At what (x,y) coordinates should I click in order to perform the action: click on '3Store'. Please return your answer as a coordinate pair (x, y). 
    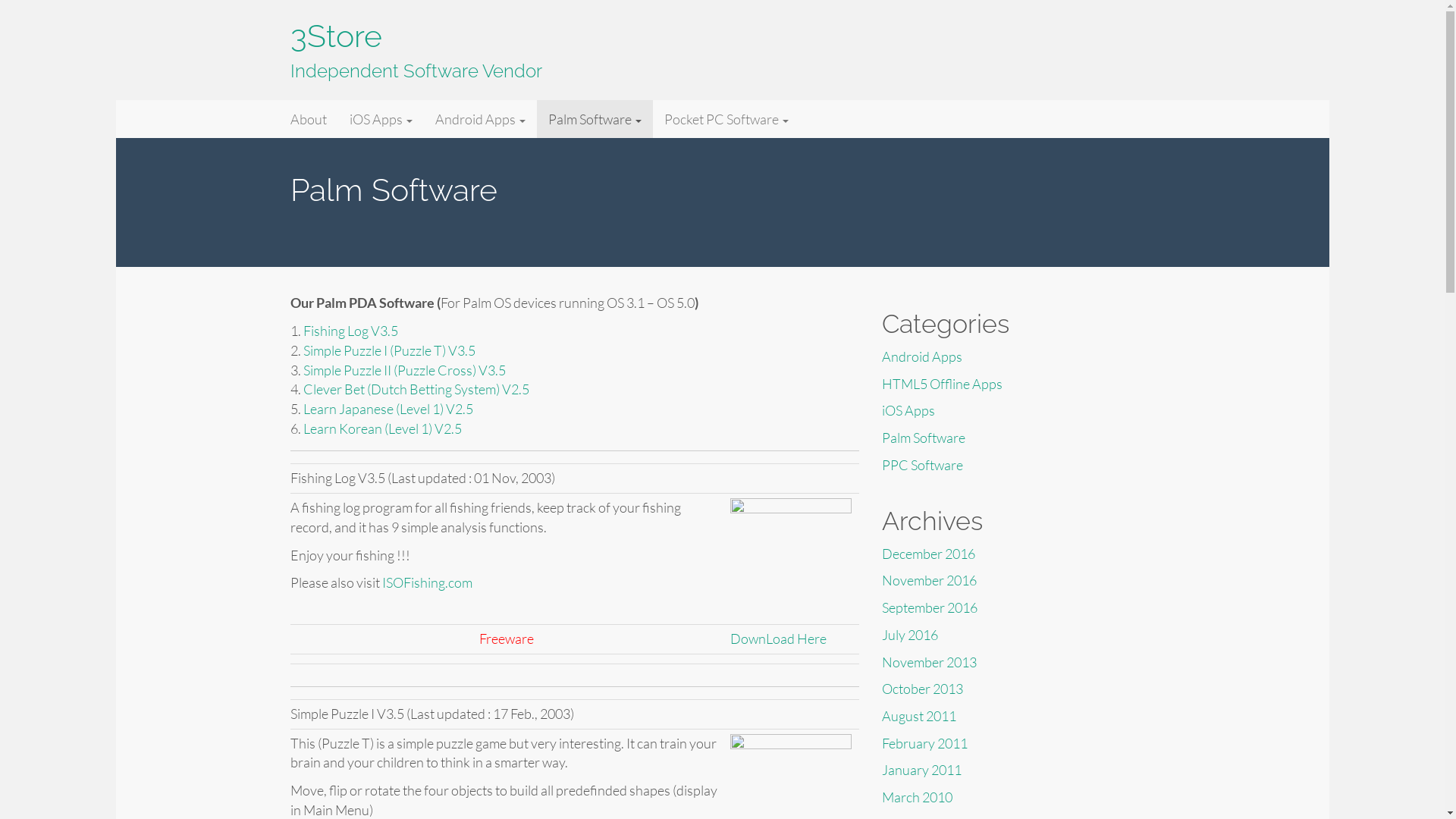
    Looking at the image, I should click on (312, 118).